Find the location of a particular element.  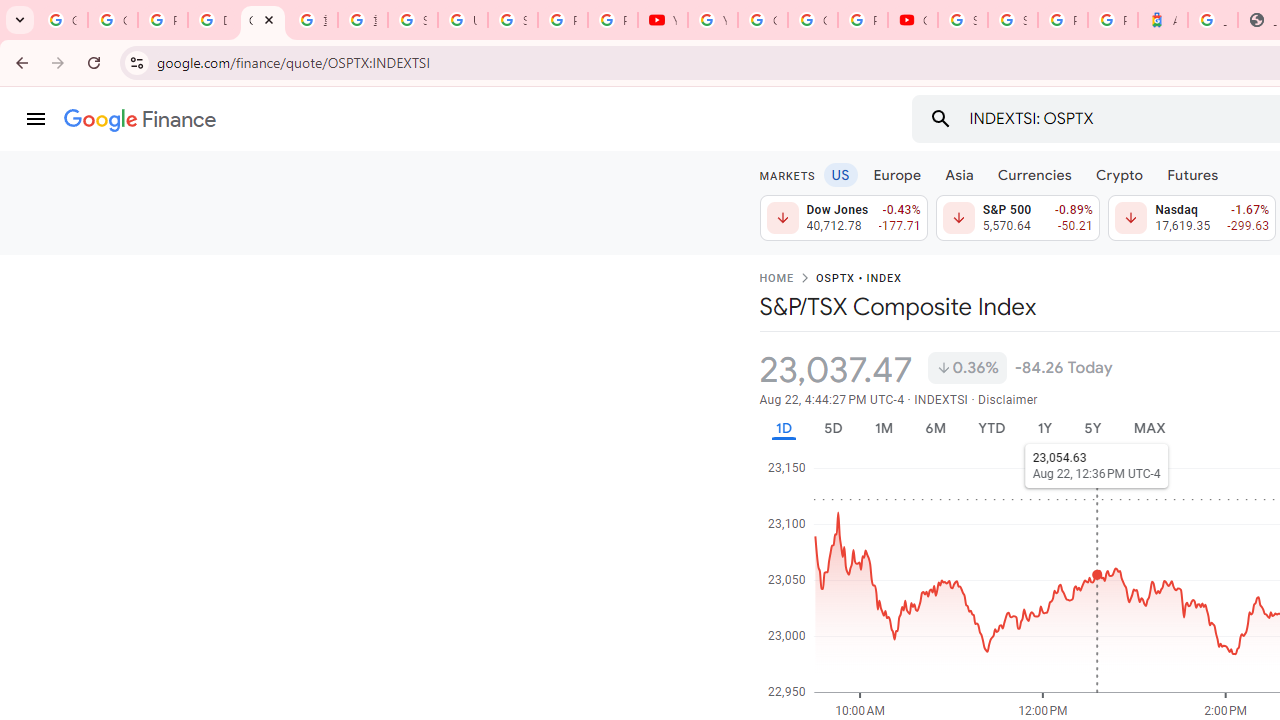

'S&P 500 5,570.64 Down by 0.89% -50.21' is located at coordinates (1017, 218).